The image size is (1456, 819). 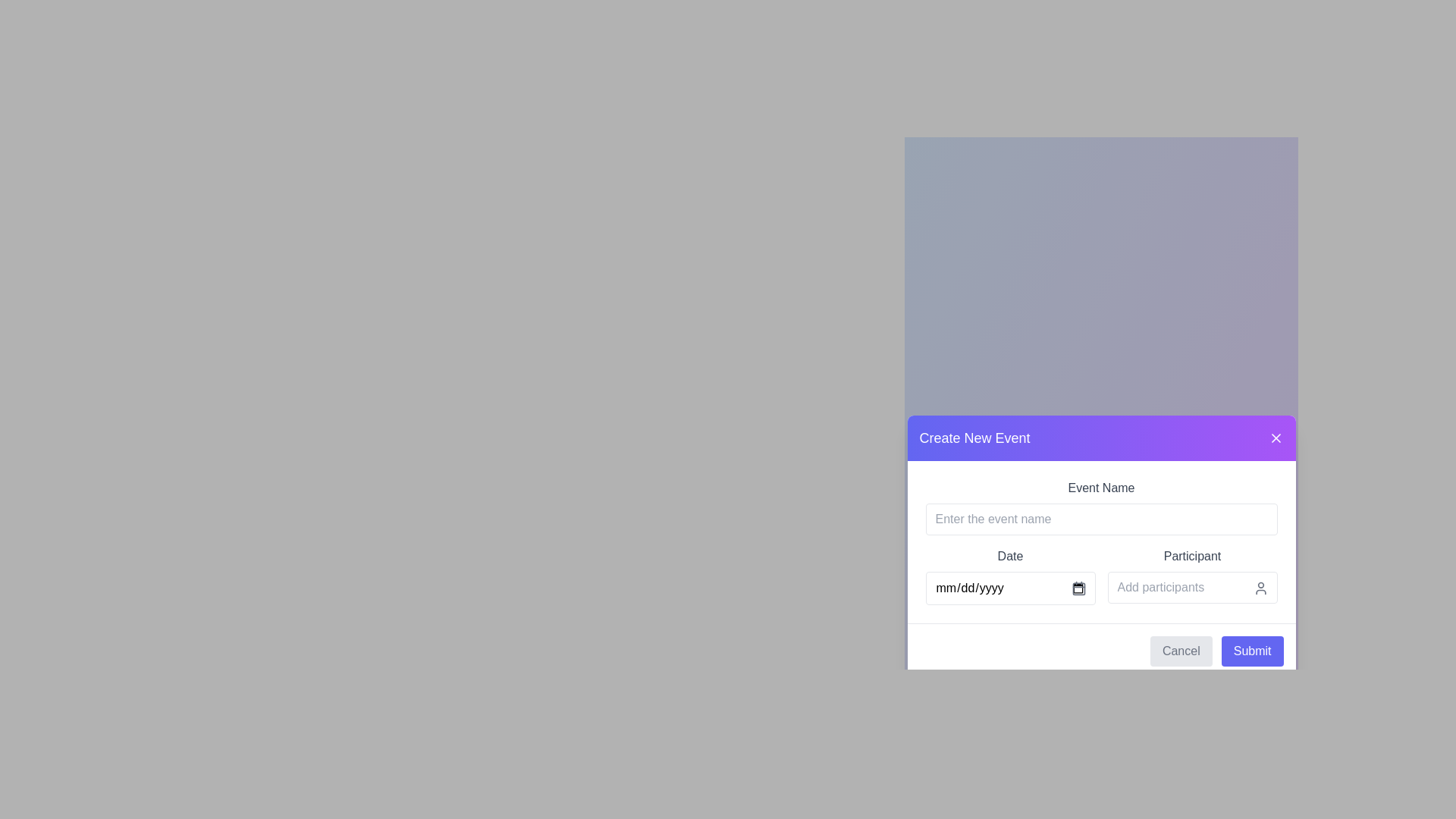 I want to click on the 'Submit' button located at the bottom-right corner of the form, so click(x=1252, y=650).